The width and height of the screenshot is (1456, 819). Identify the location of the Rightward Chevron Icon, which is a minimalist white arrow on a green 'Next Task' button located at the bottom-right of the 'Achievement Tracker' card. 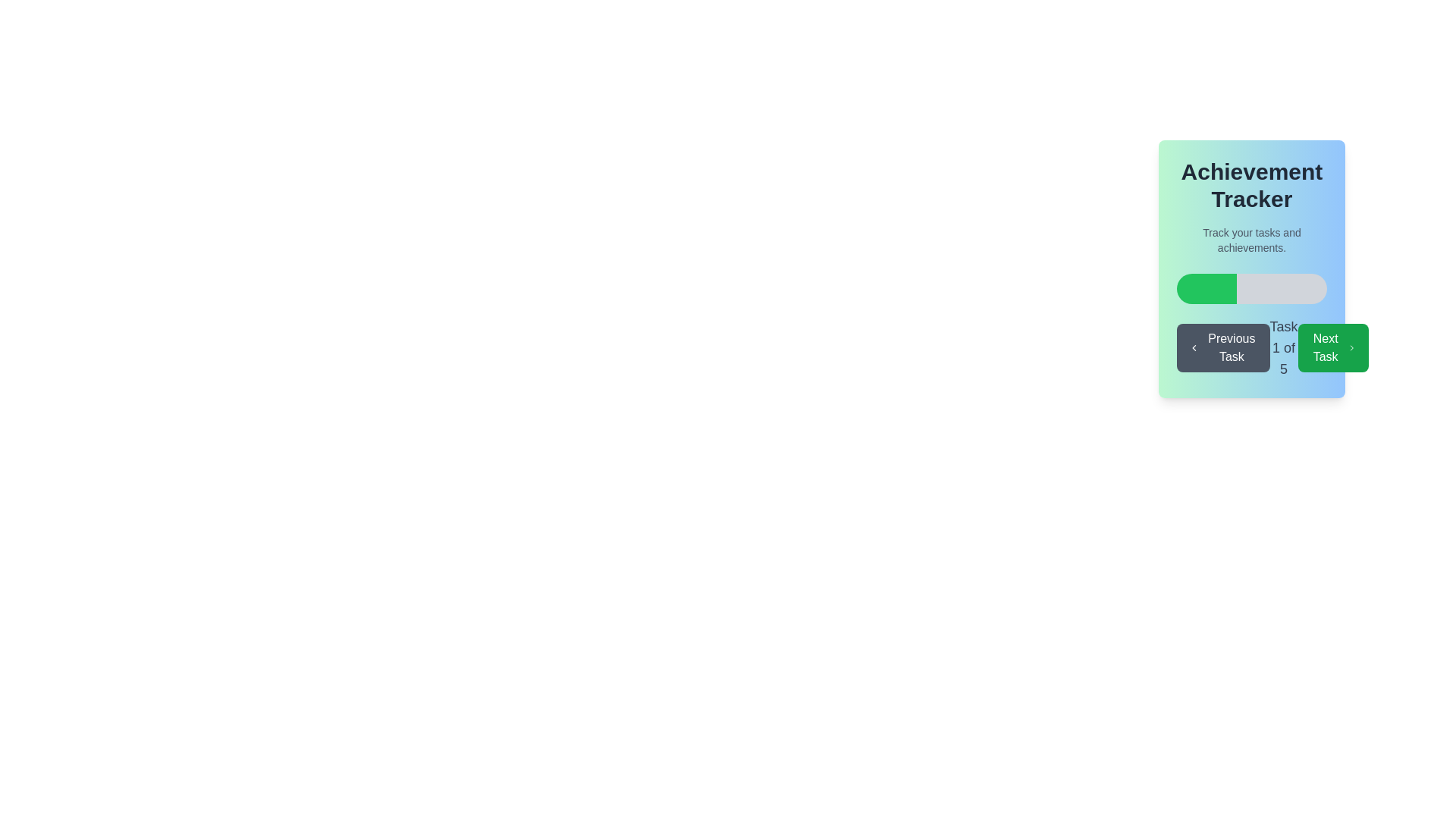
(1351, 348).